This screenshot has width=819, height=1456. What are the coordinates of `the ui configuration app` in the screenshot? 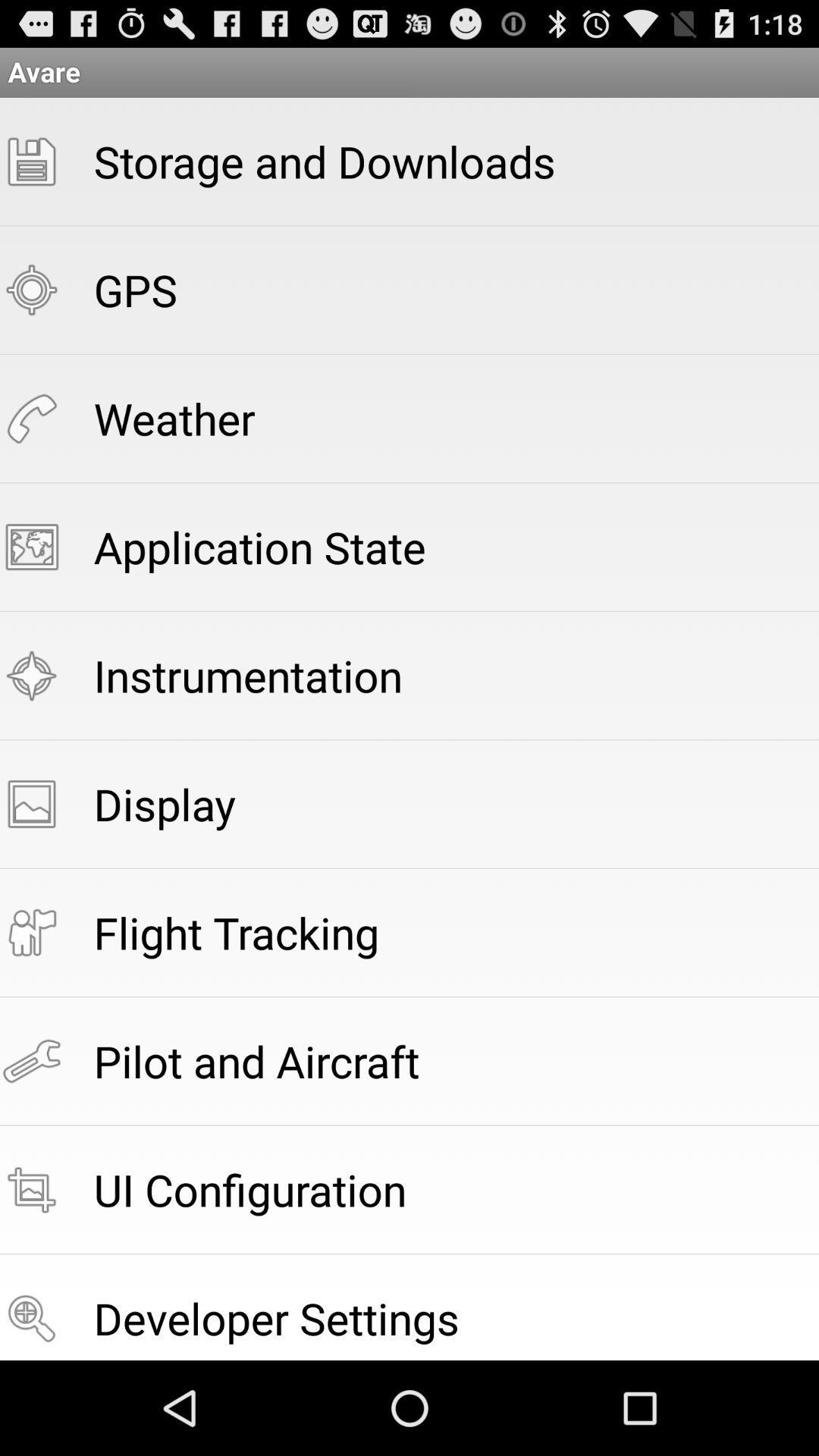 It's located at (249, 1188).